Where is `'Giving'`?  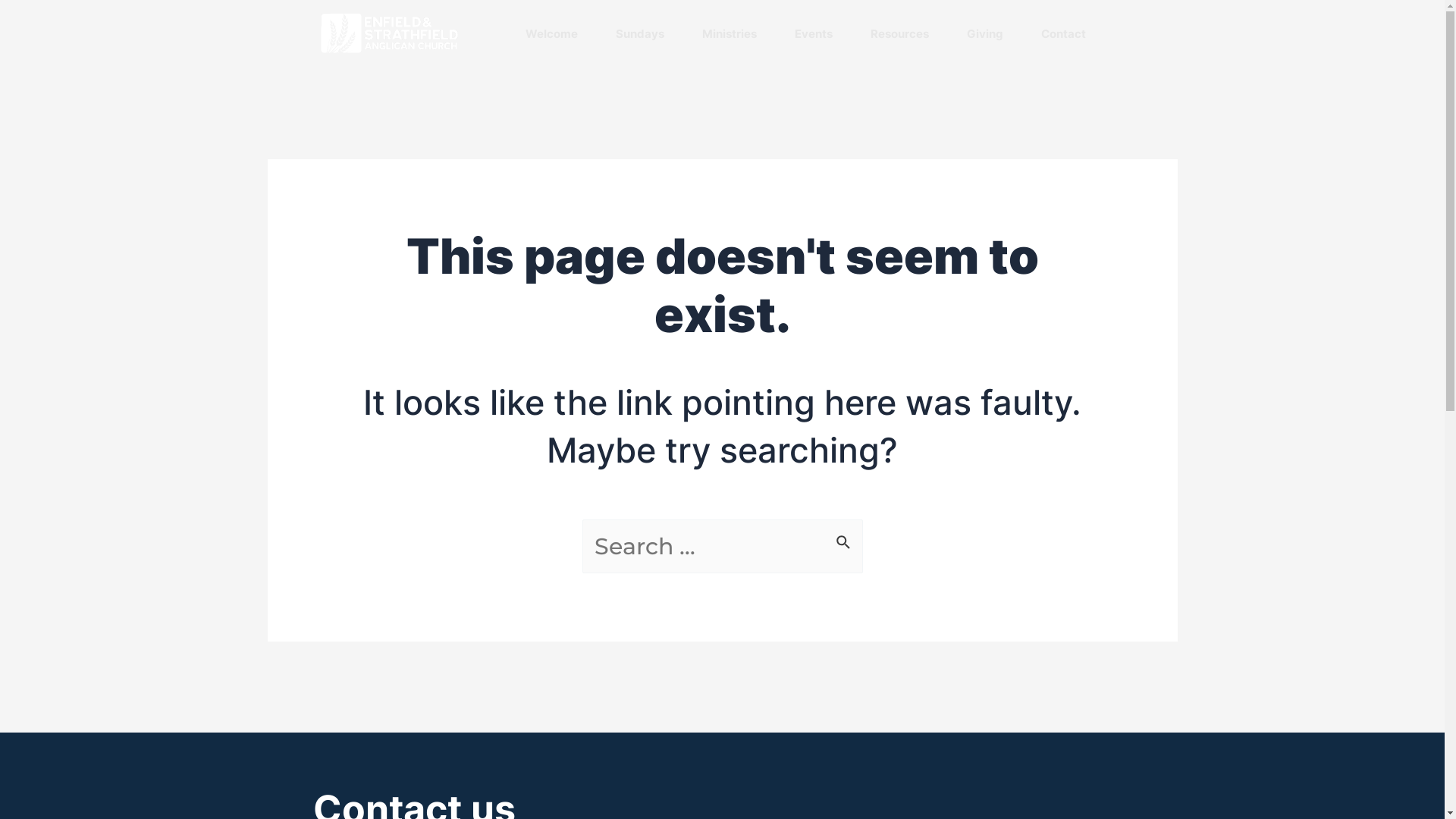 'Giving' is located at coordinates (984, 33).